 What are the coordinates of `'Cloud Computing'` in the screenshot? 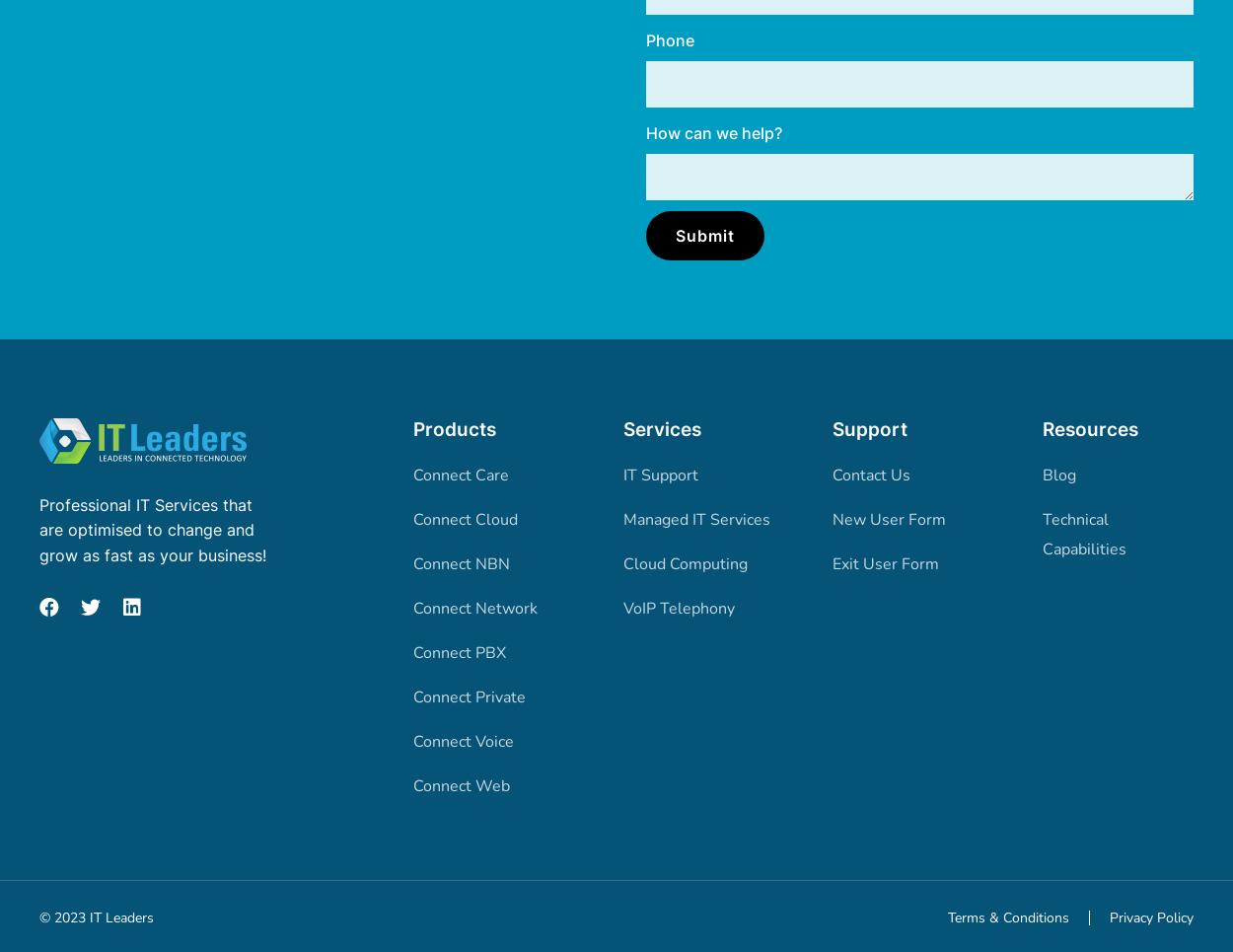 It's located at (684, 562).